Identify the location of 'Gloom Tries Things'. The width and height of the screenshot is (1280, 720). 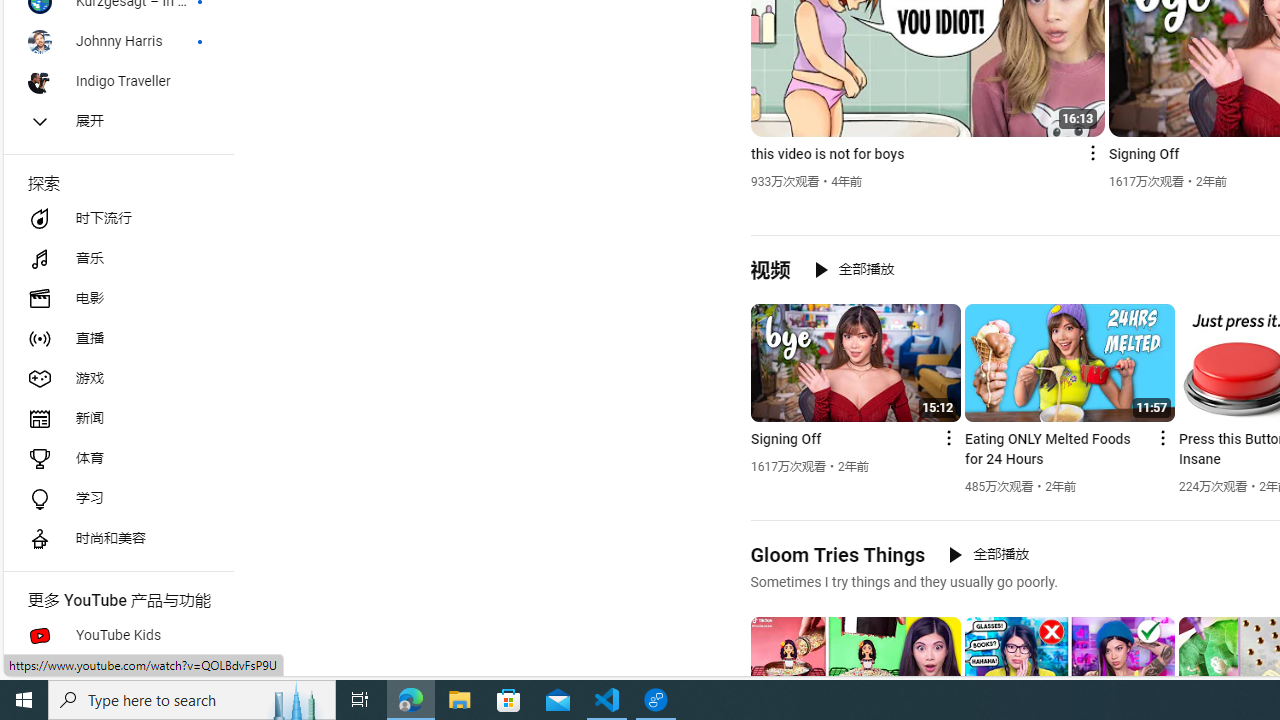
(837, 554).